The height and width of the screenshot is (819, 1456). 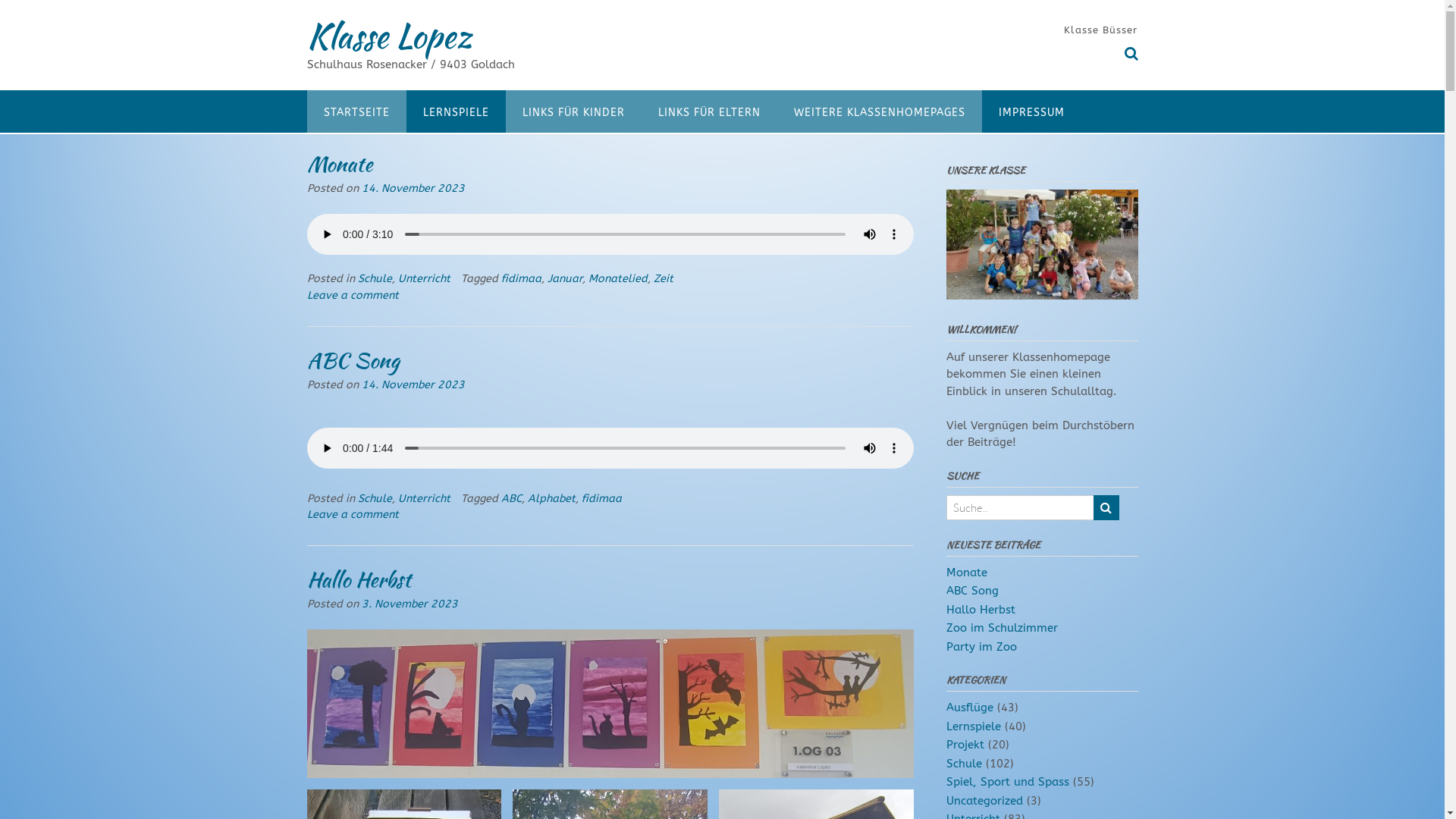 What do you see at coordinates (412, 384) in the screenshot?
I see `'14. November 2023'` at bounding box center [412, 384].